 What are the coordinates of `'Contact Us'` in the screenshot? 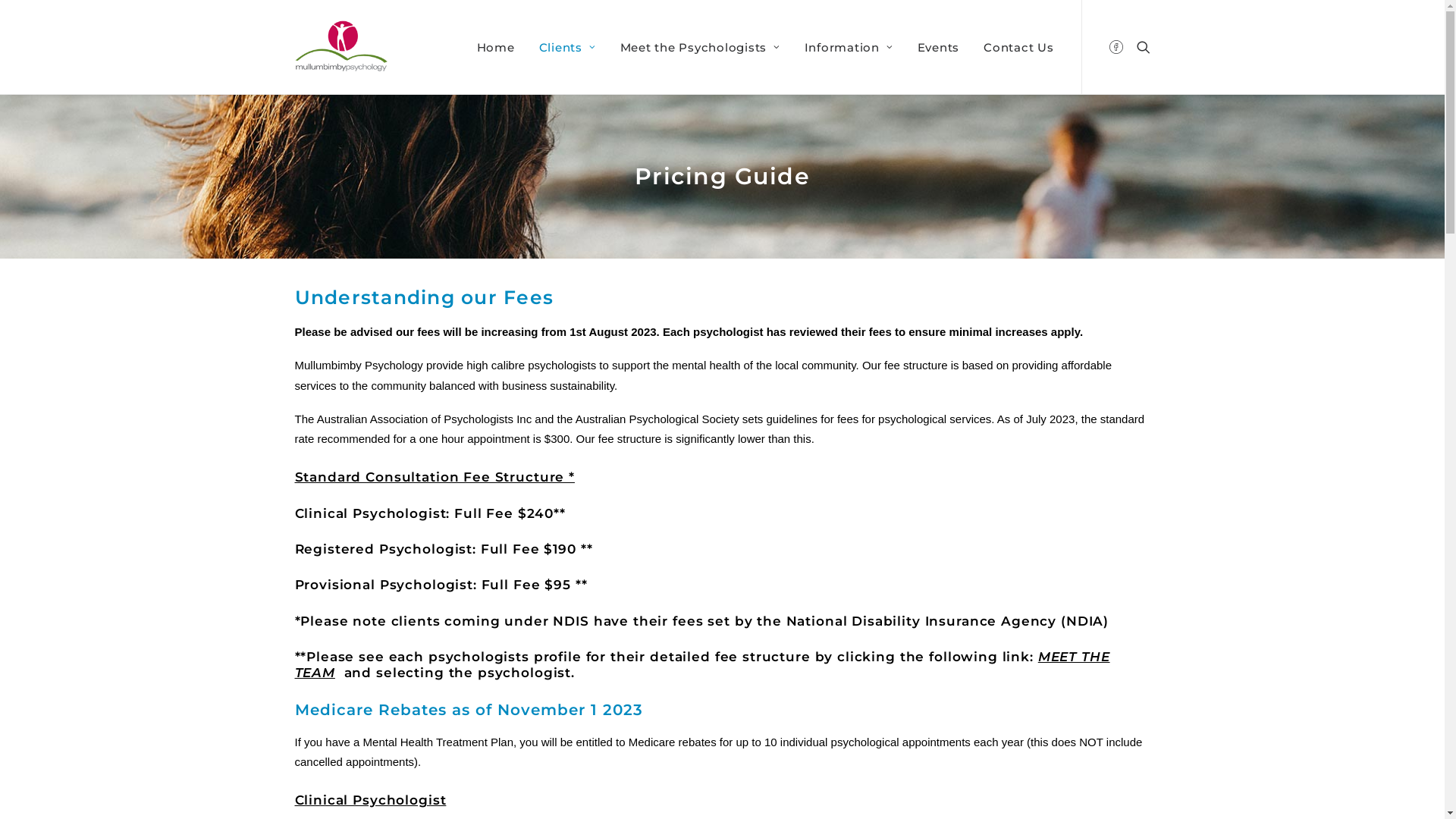 It's located at (1013, 45).